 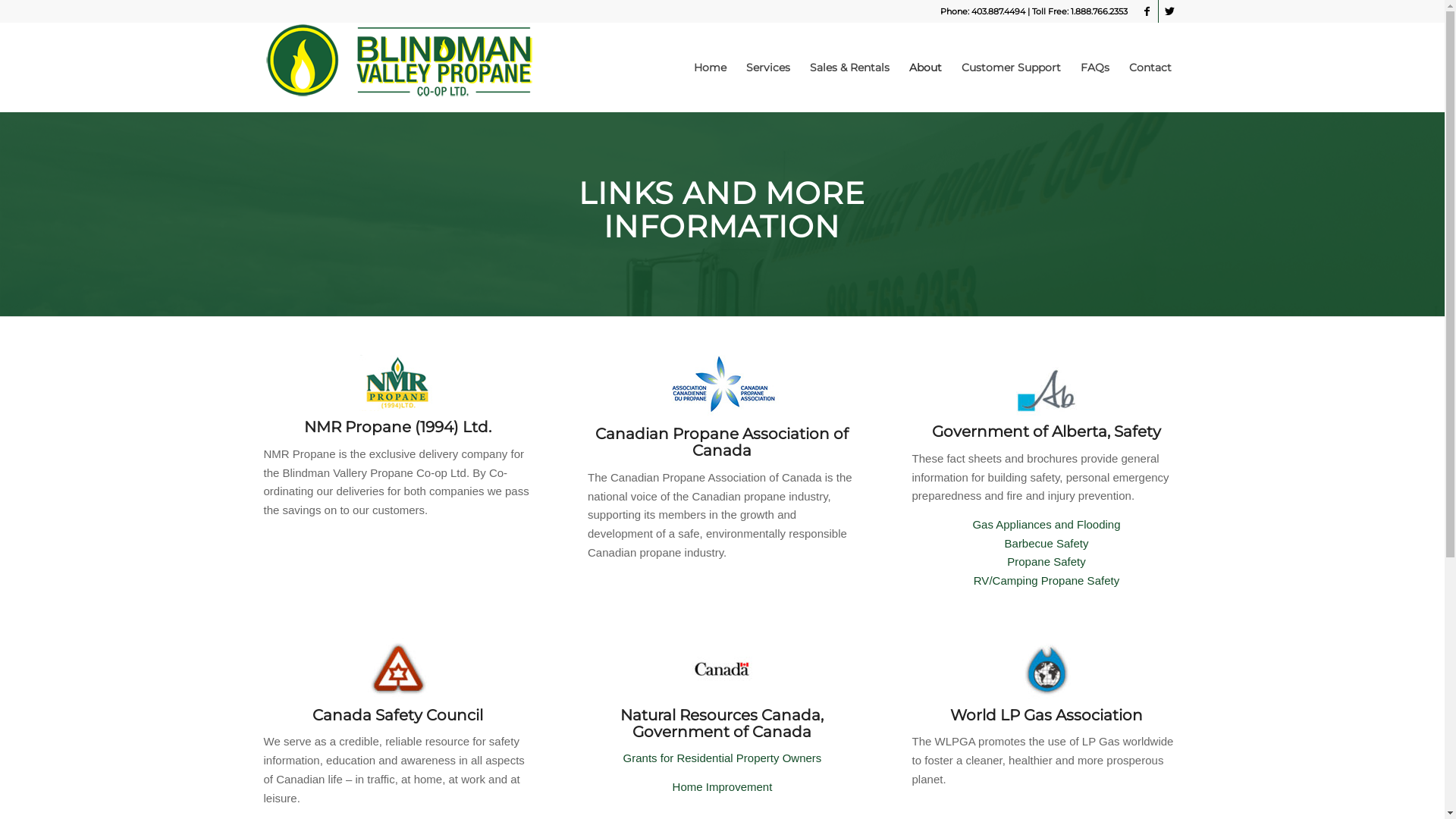 What do you see at coordinates (399, 60) in the screenshot?
I see `'Blindman Valley Propane Co-op'` at bounding box center [399, 60].